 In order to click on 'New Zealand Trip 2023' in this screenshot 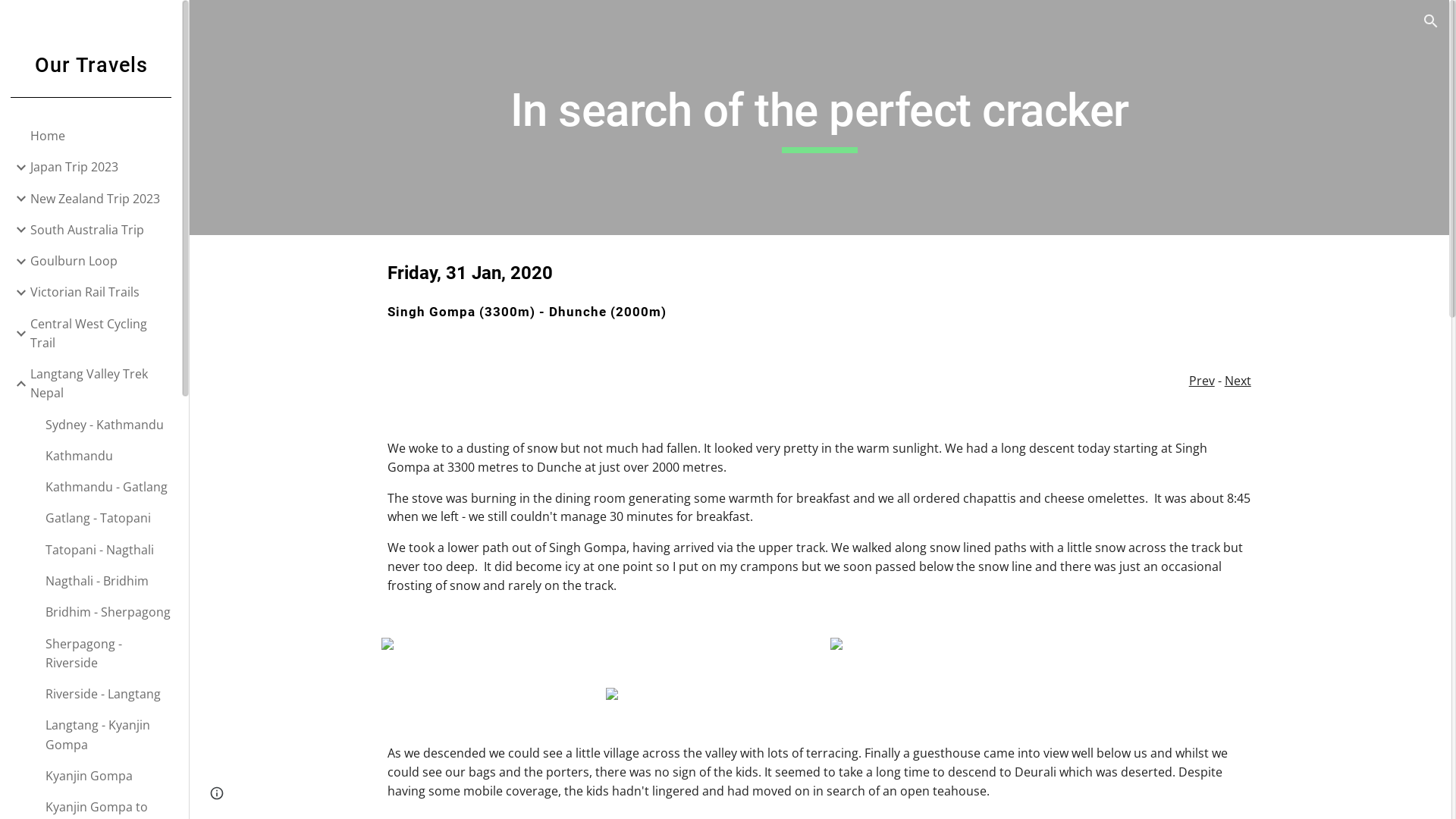, I will do `click(27, 198)`.